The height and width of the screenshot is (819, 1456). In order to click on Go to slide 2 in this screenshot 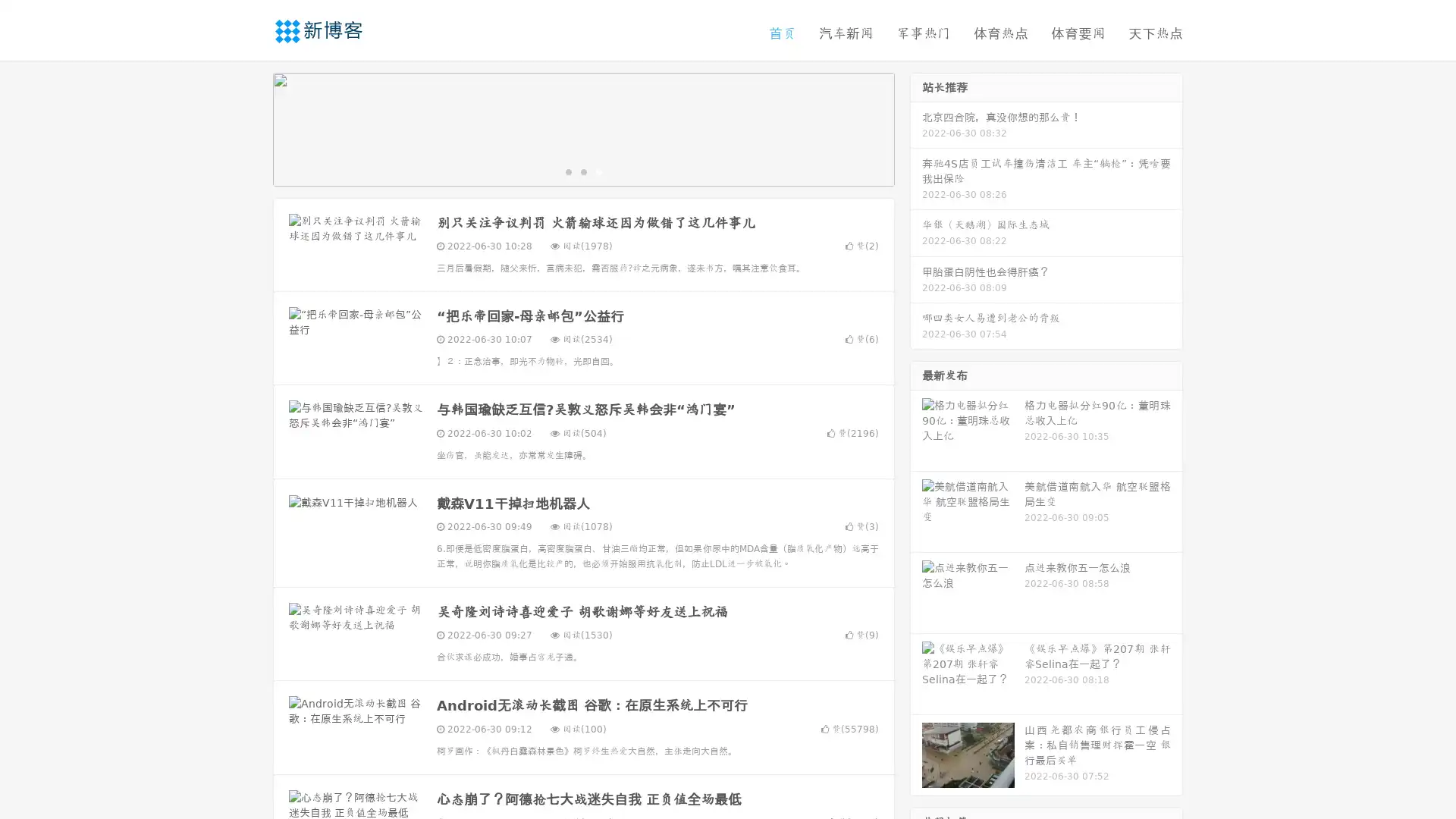, I will do `click(582, 171)`.